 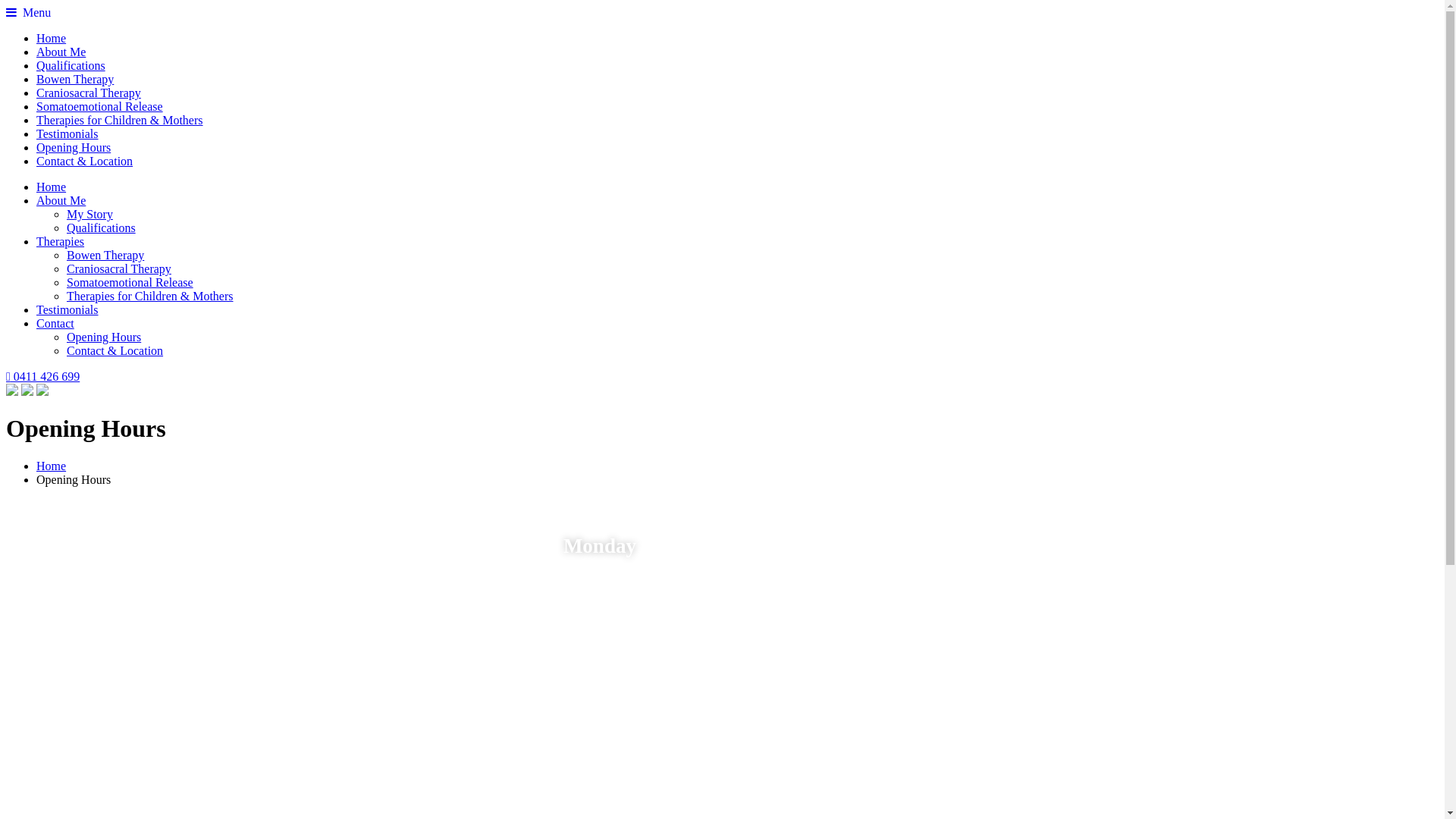 What do you see at coordinates (67, 133) in the screenshot?
I see `'Testimonials'` at bounding box center [67, 133].